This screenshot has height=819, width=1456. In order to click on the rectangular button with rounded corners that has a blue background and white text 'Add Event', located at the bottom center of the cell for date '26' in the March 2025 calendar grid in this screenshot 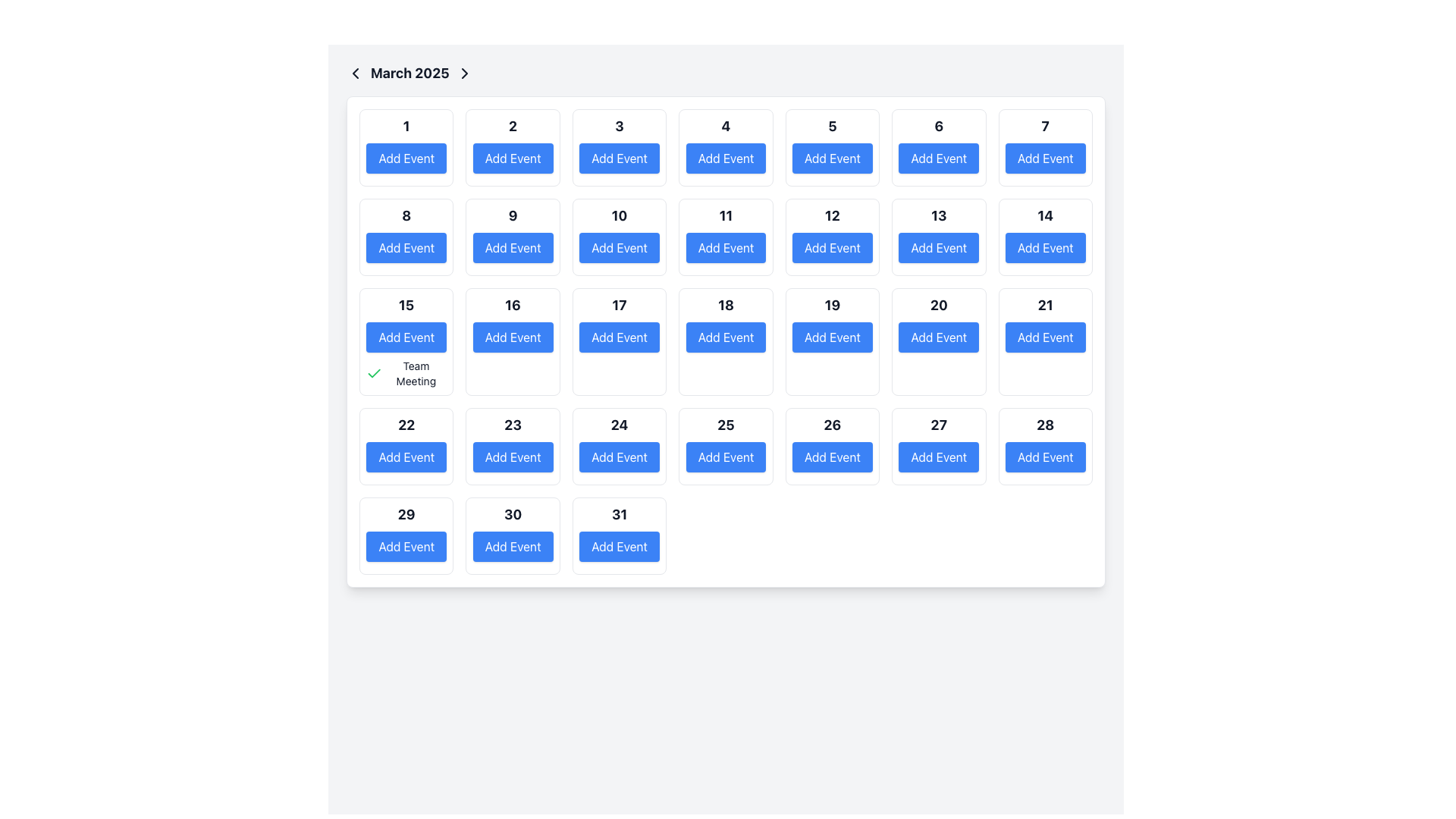, I will do `click(831, 456)`.